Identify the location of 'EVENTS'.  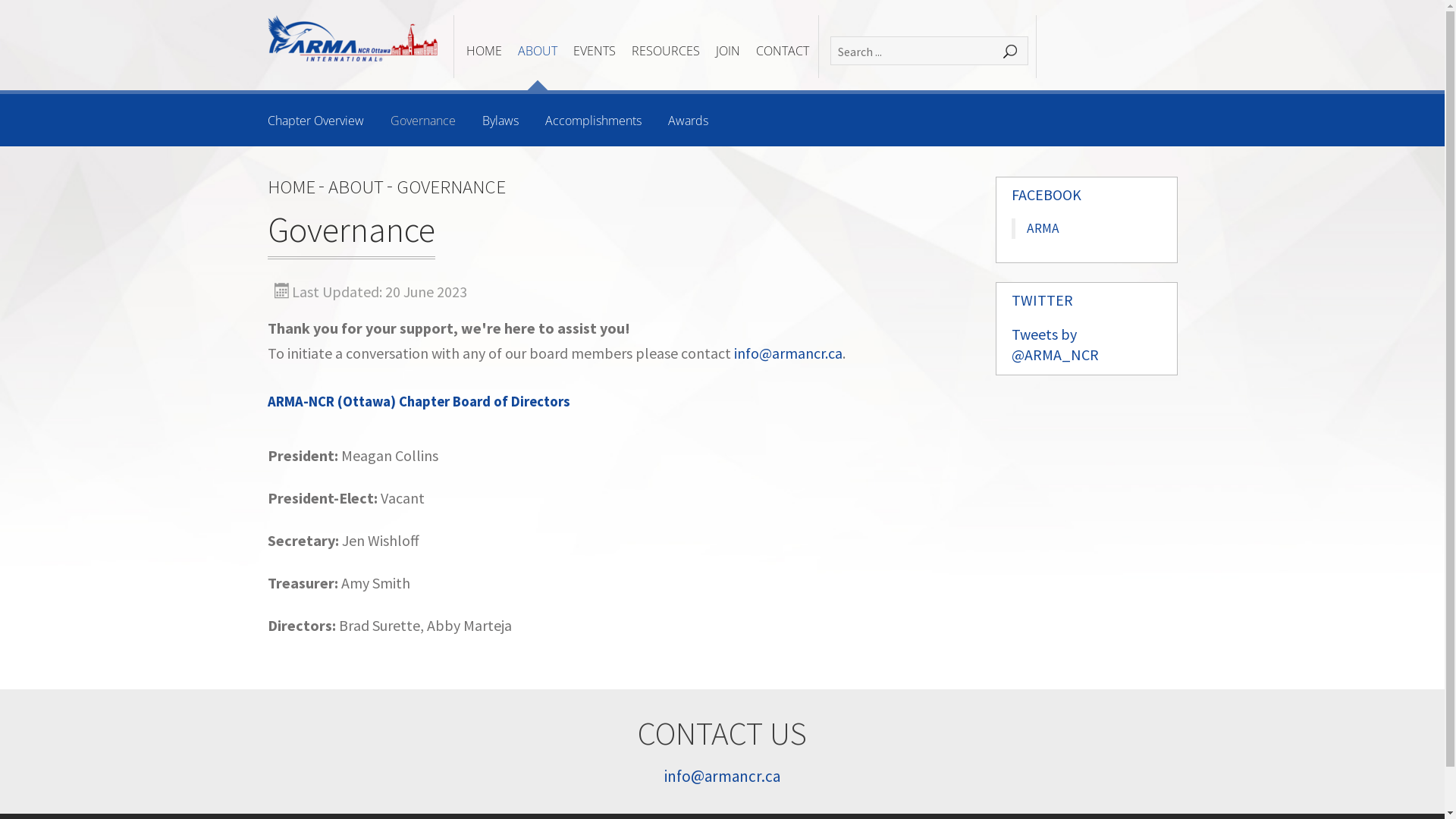
(593, 50).